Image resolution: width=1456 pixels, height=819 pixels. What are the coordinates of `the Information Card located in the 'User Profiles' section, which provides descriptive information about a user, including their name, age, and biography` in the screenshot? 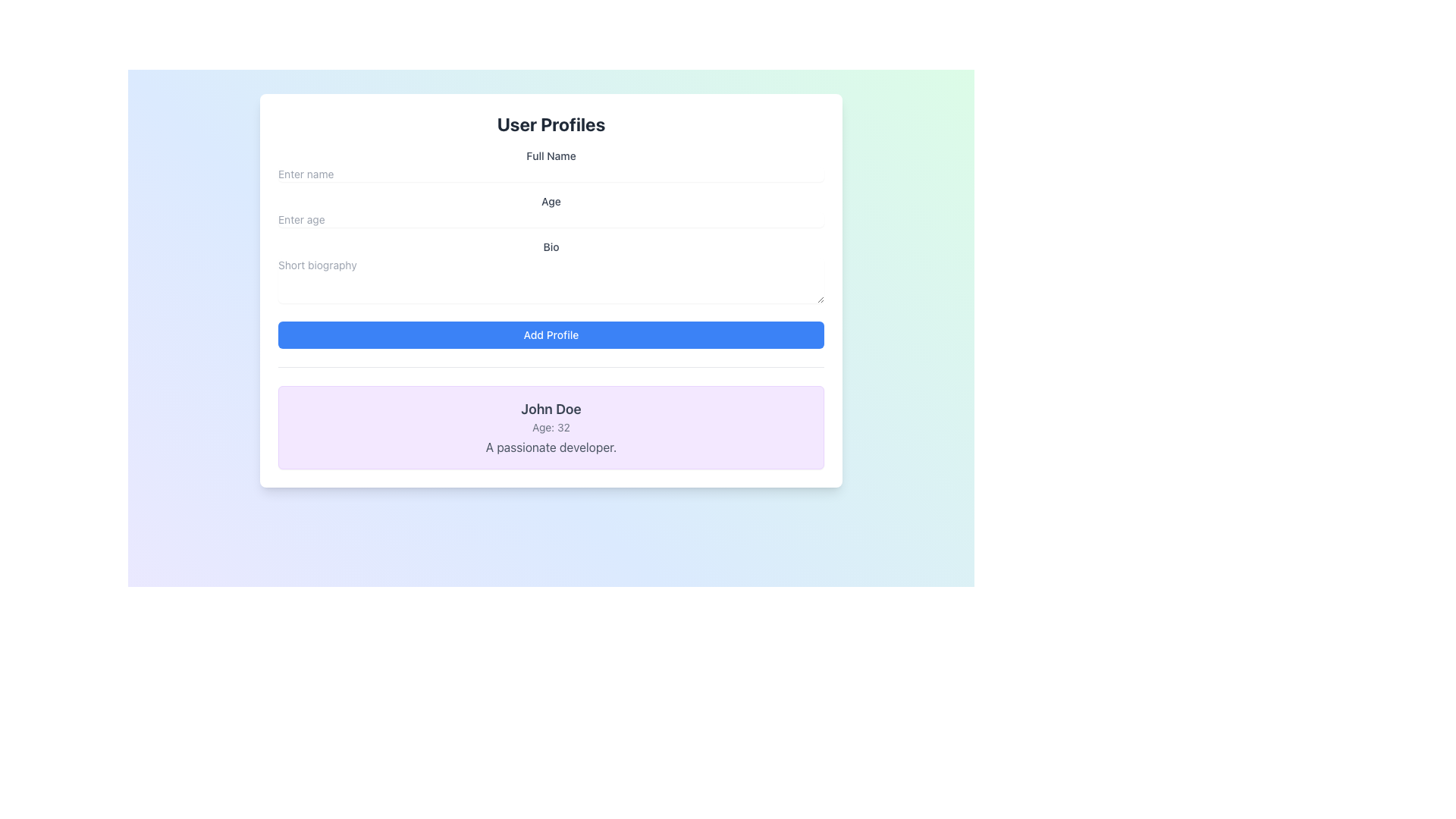 It's located at (550, 427).